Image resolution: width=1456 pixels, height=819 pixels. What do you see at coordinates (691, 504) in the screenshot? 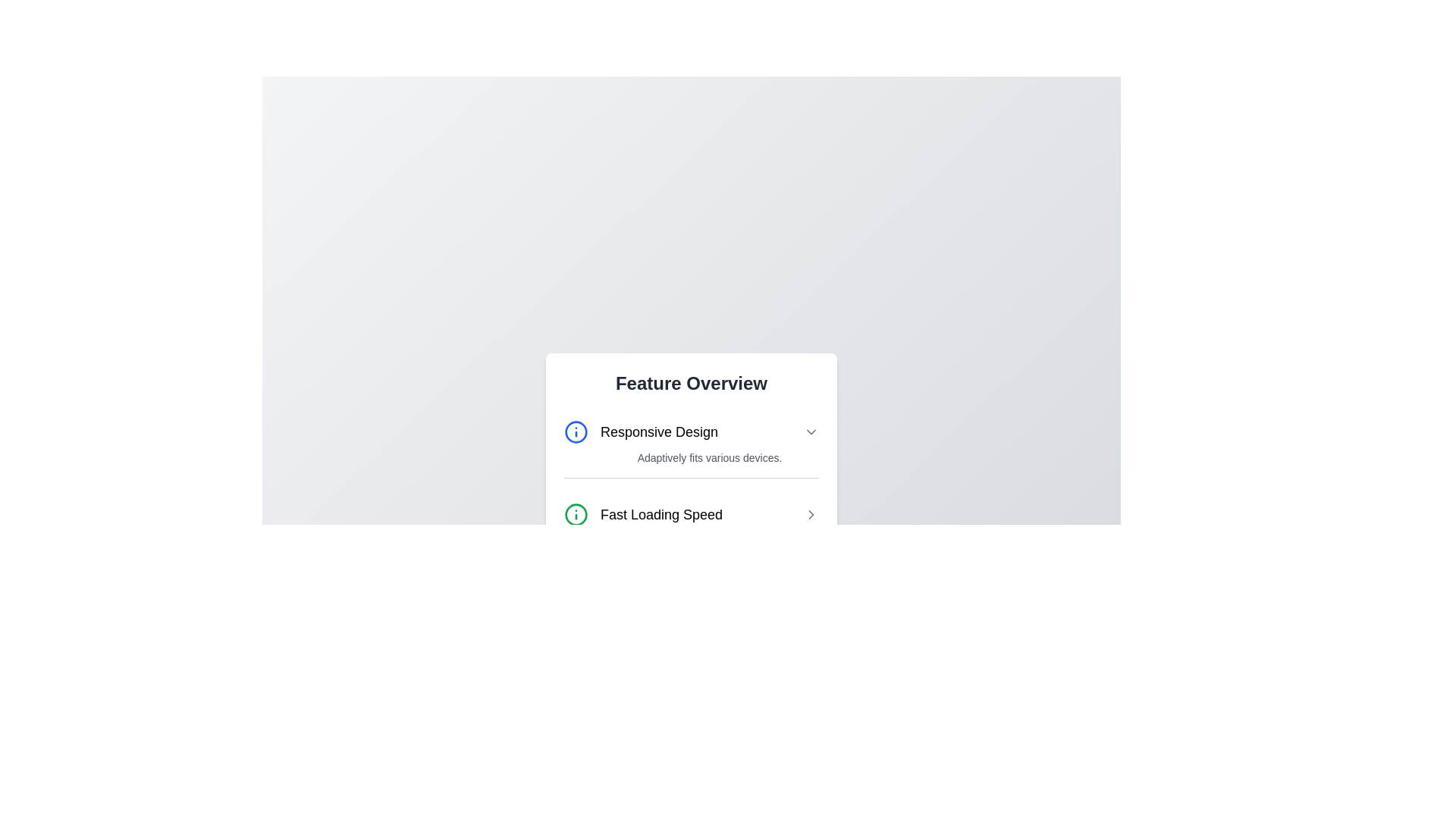
I see `the 'Fast Loading Speed' feature text element, which is the second feature listed in the 'Feature Overview' card layout, positioned below 'Responsive Design' and above 'User Friendly', with a green circular icon to its left and an arrow icon on its right` at bounding box center [691, 504].